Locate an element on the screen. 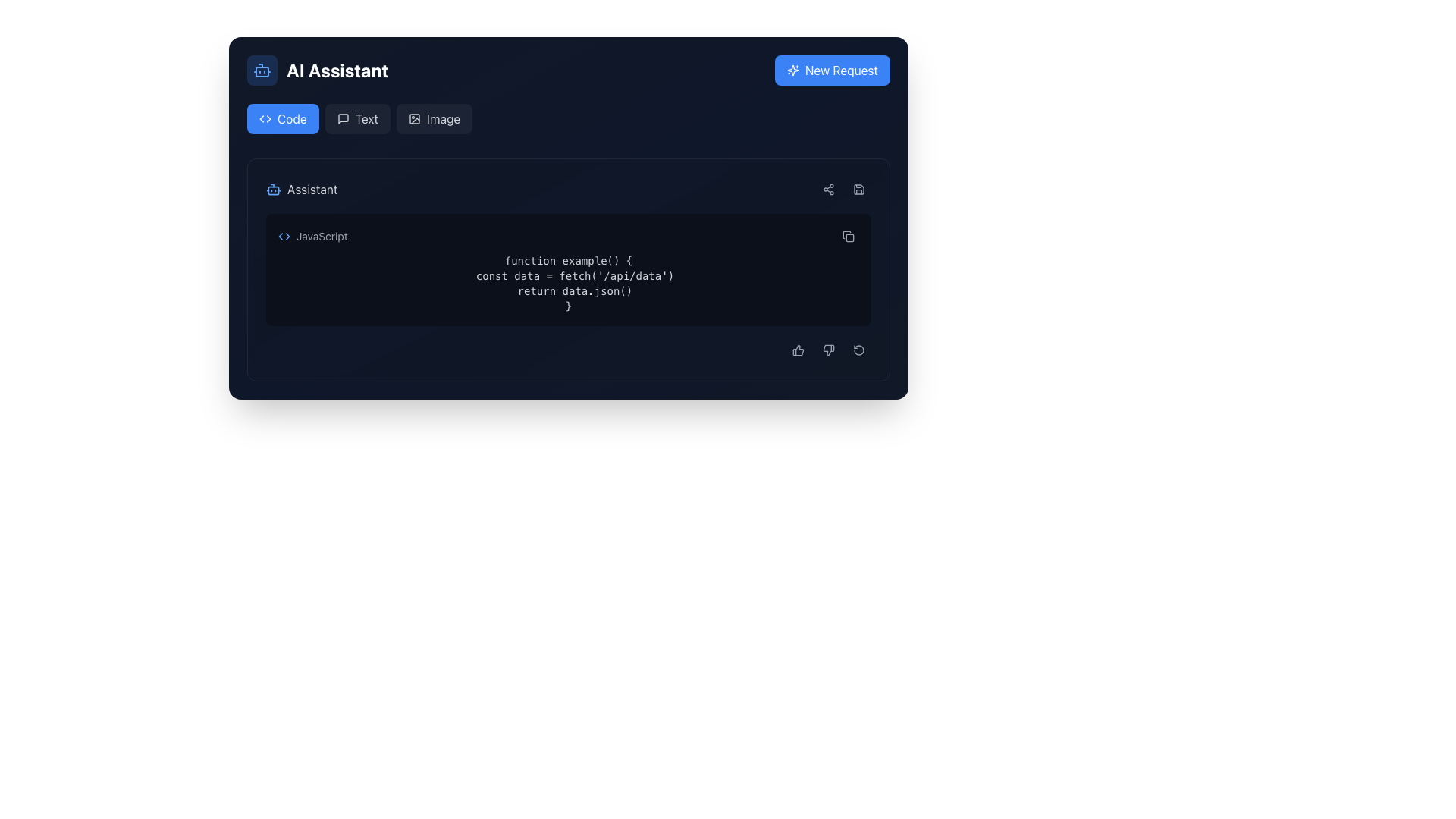 Image resolution: width=1456 pixels, height=819 pixels. the Text Label displaying 'JavaScript' which is styled with a small-sized gray font and located to the right of the code icon is located at coordinates (321, 237).